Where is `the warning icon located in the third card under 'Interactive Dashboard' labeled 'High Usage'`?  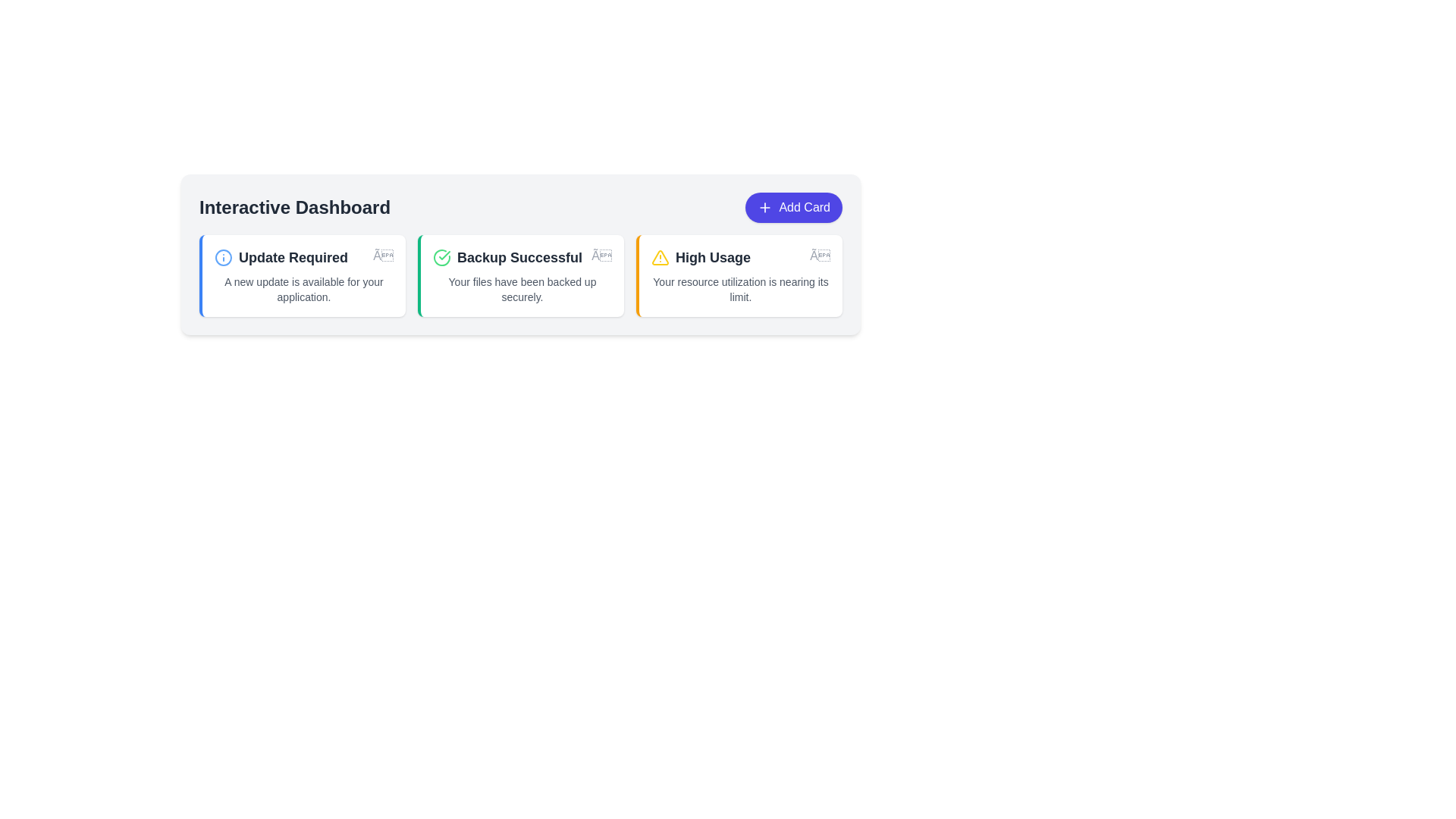
the warning icon located in the third card under 'Interactive Dashboard' labeled 'High Usage' is located at coordinates (660, 256).